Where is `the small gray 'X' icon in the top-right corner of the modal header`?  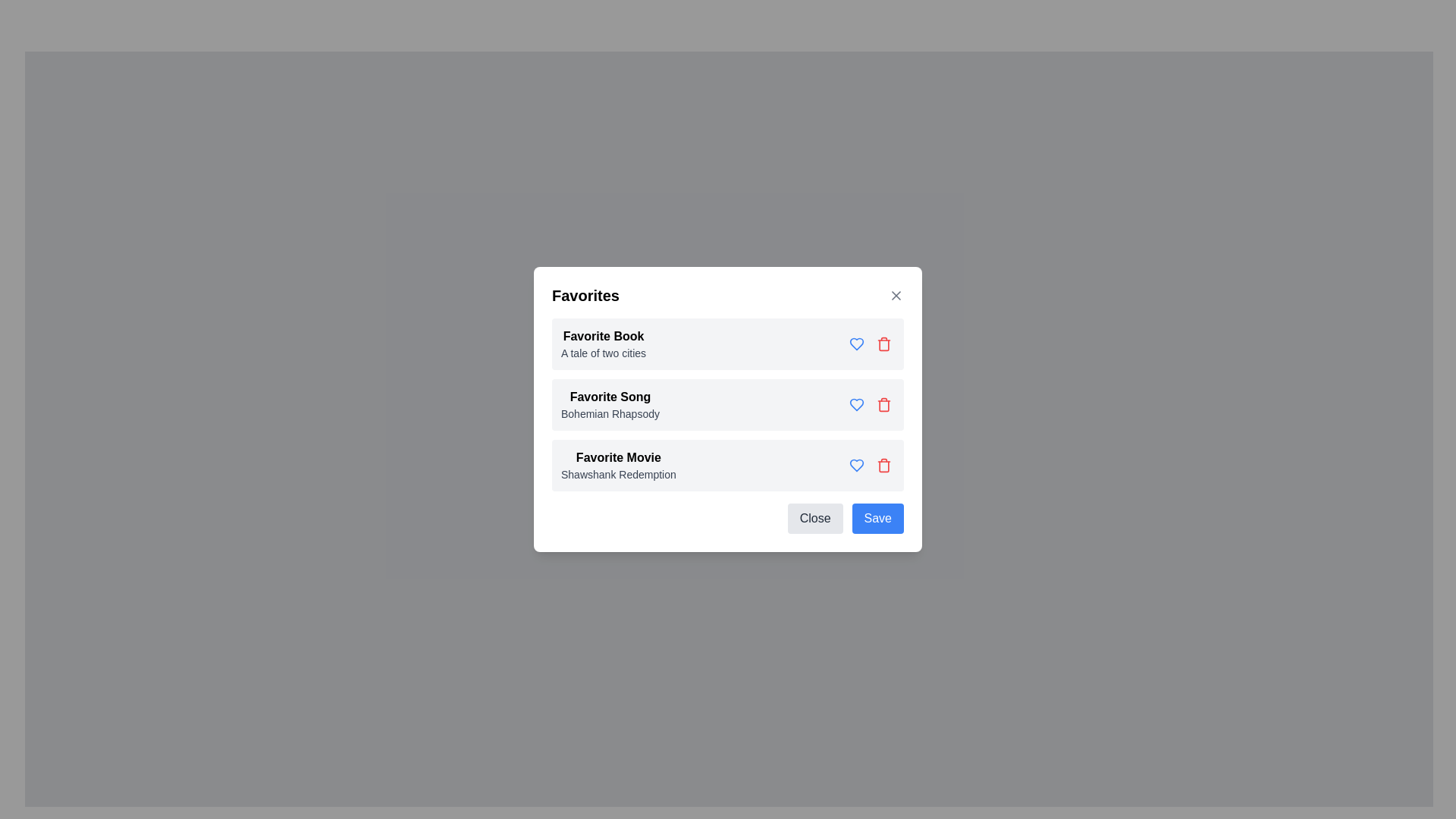
the small gray 'X' icon in the top-right corner of the modal header is located at coordinates (896, 295).